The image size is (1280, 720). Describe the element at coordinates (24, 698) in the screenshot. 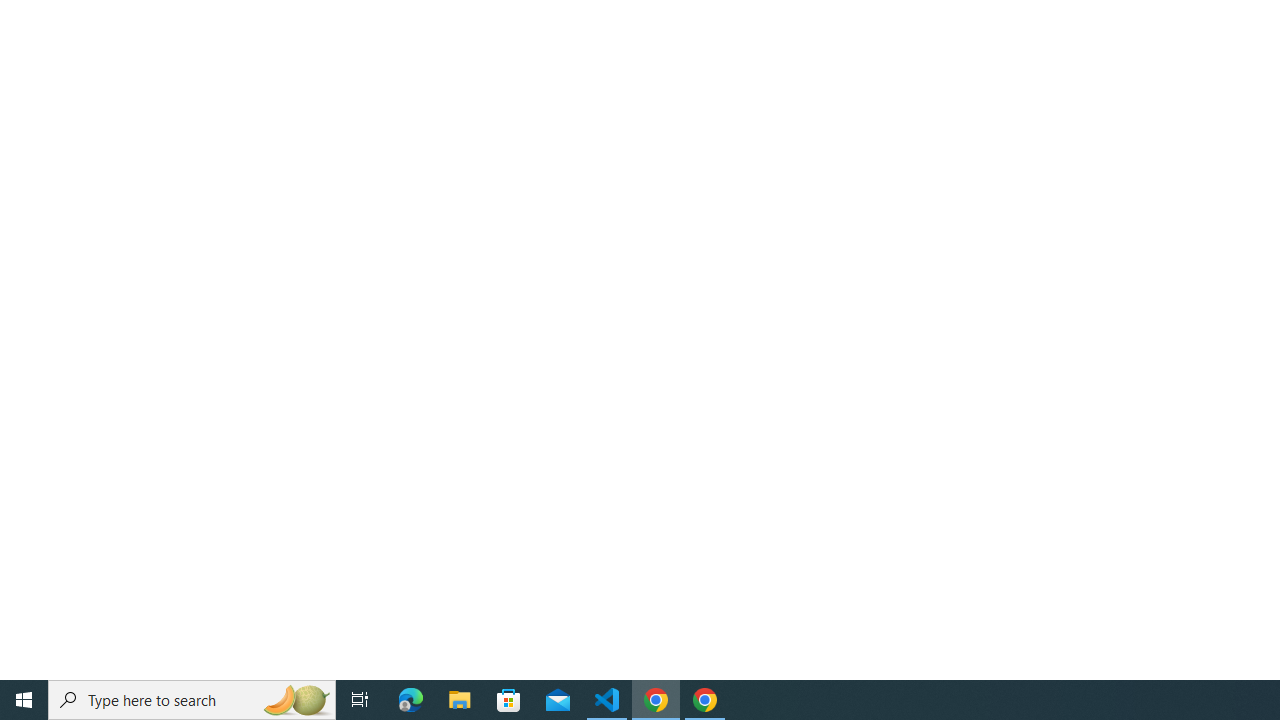

I see `'Start'` at that location.